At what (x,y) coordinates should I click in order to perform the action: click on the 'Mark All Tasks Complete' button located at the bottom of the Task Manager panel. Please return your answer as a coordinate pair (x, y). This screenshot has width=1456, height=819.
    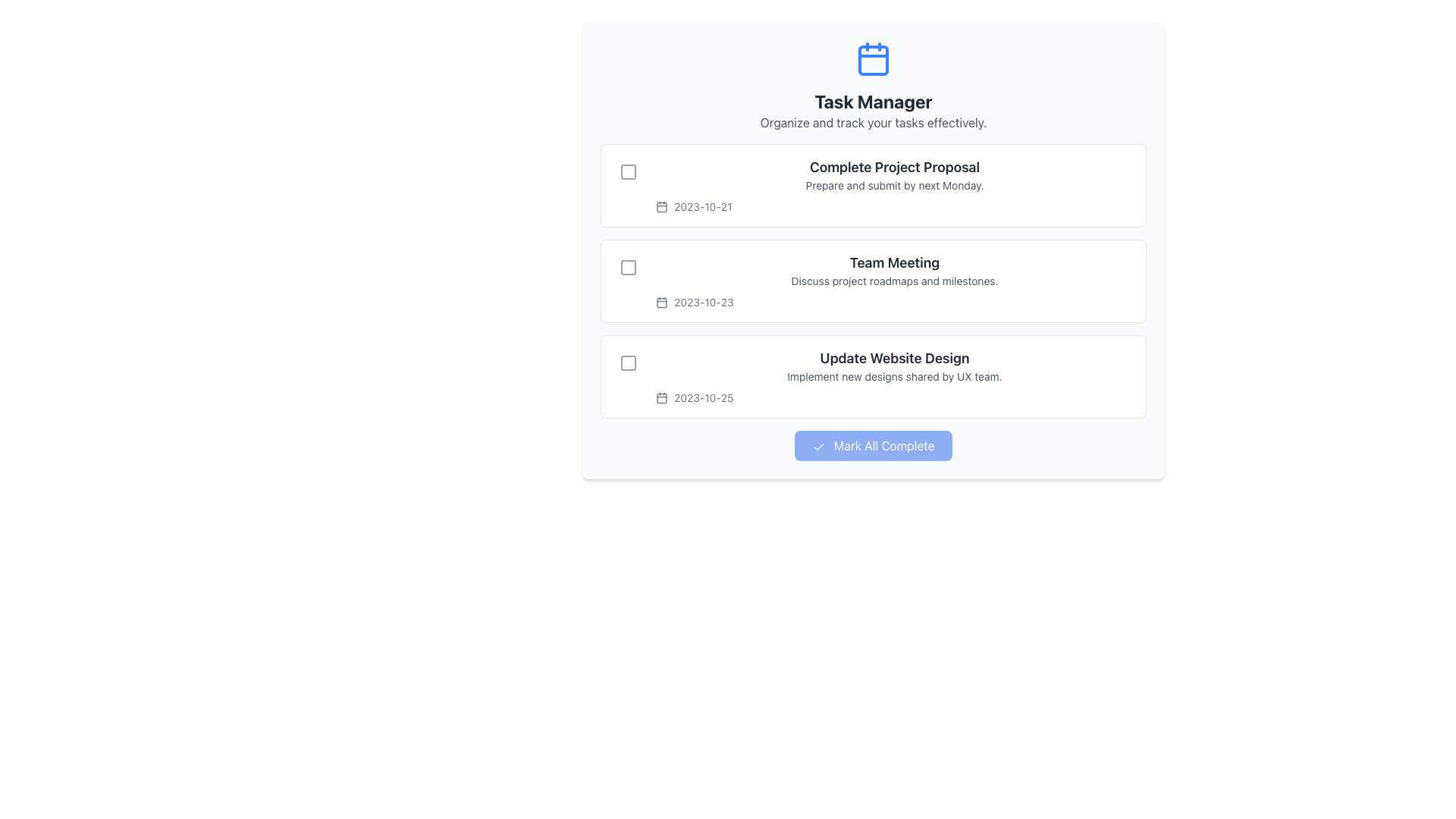
    Looking at the image, I should click on (874, 444).